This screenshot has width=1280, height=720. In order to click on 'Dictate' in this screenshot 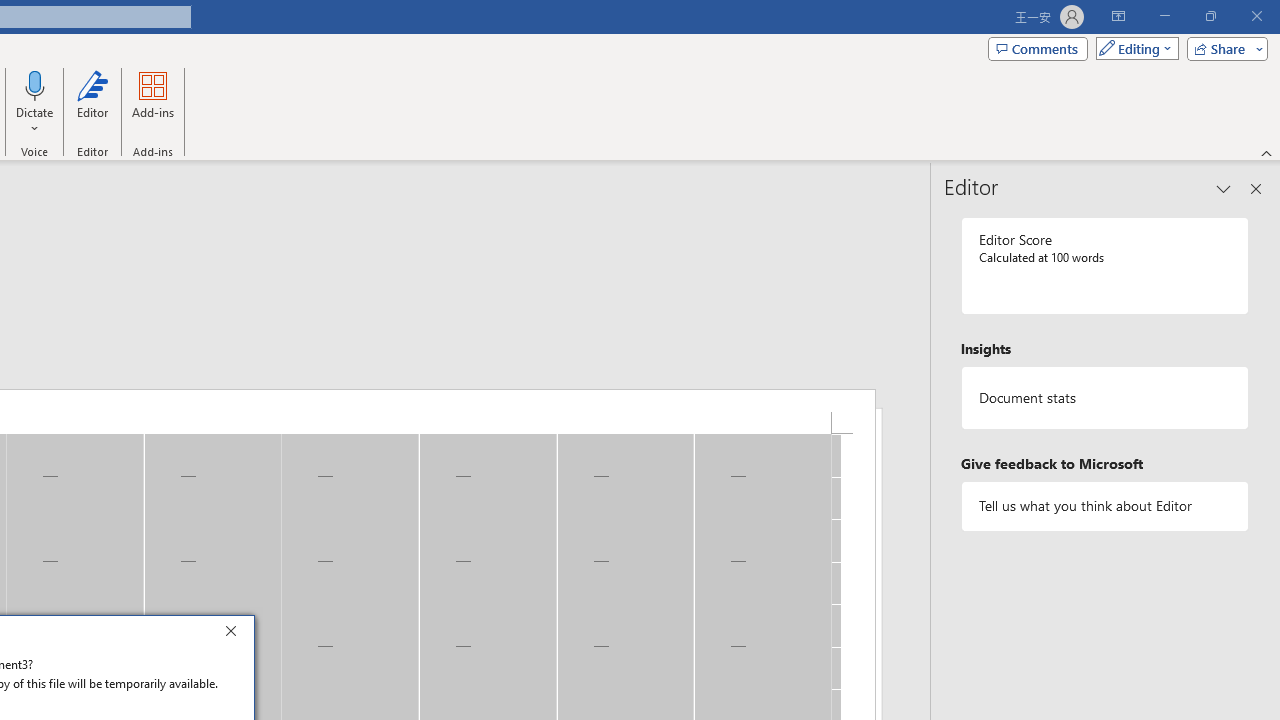, I will do `click(35, 84)`.